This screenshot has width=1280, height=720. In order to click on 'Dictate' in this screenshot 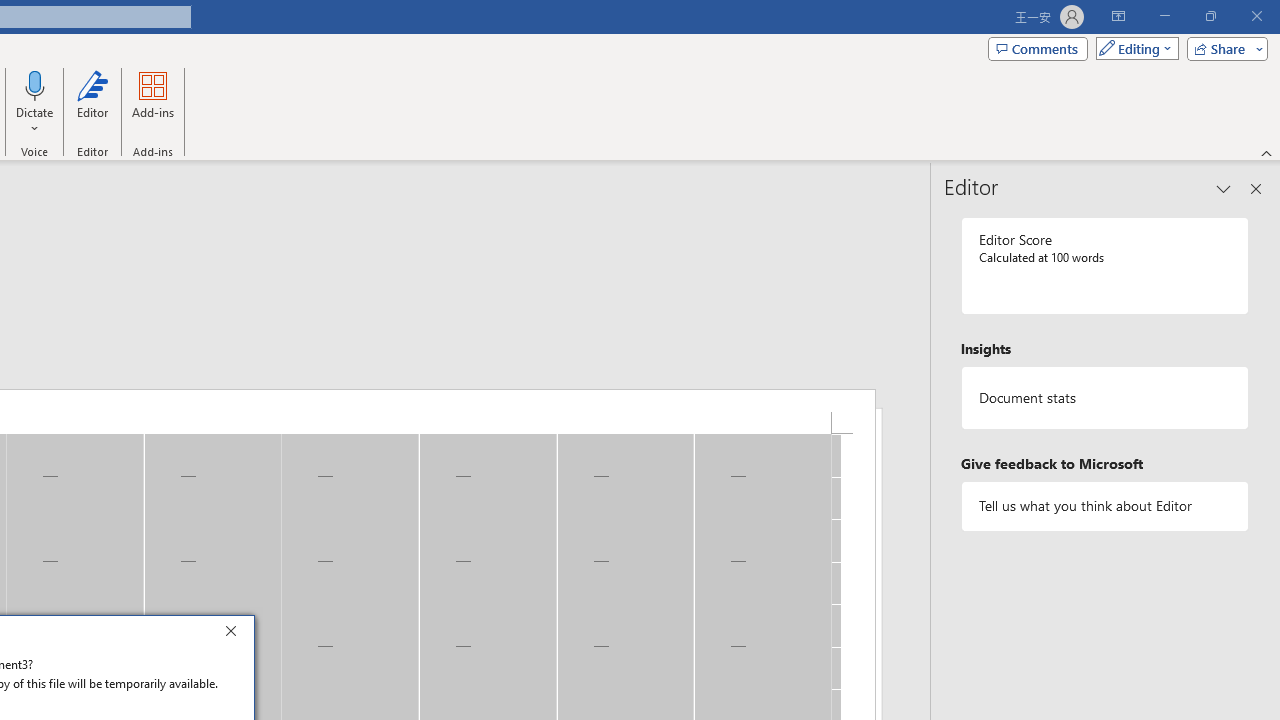, I will do `click(35, 84)`.